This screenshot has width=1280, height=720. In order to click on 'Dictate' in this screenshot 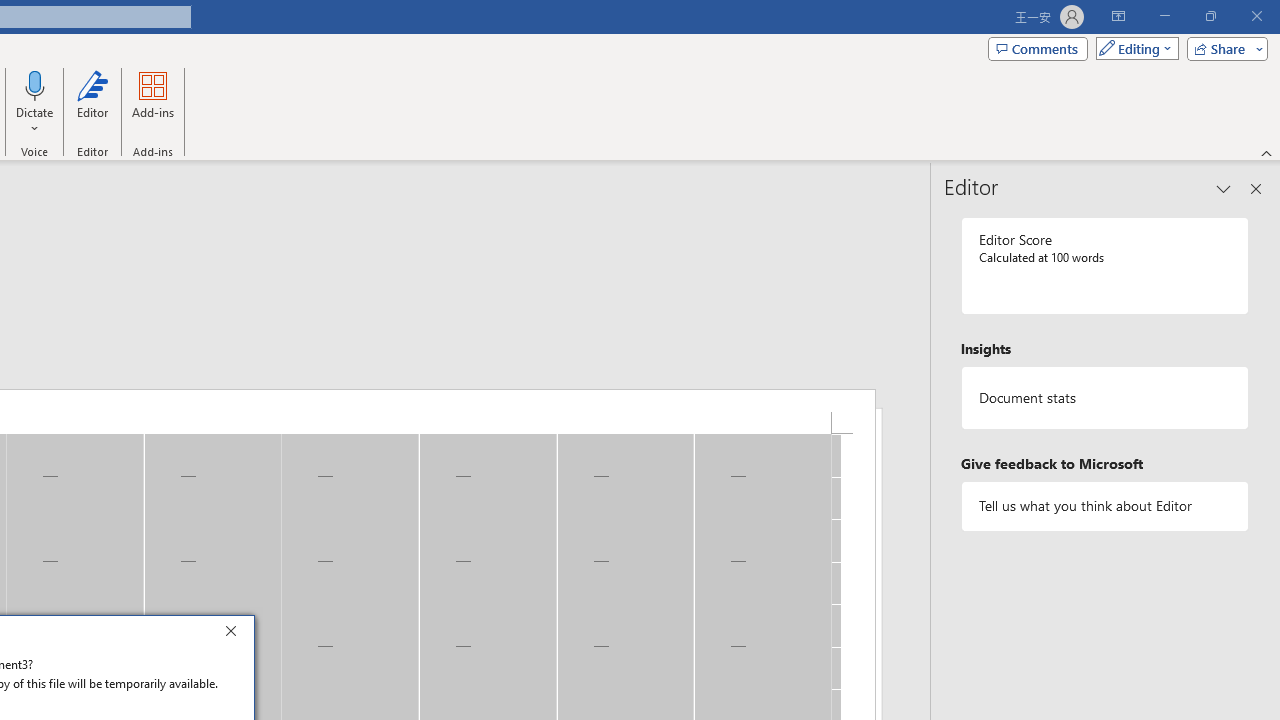, I will do `click(35, 84)`.